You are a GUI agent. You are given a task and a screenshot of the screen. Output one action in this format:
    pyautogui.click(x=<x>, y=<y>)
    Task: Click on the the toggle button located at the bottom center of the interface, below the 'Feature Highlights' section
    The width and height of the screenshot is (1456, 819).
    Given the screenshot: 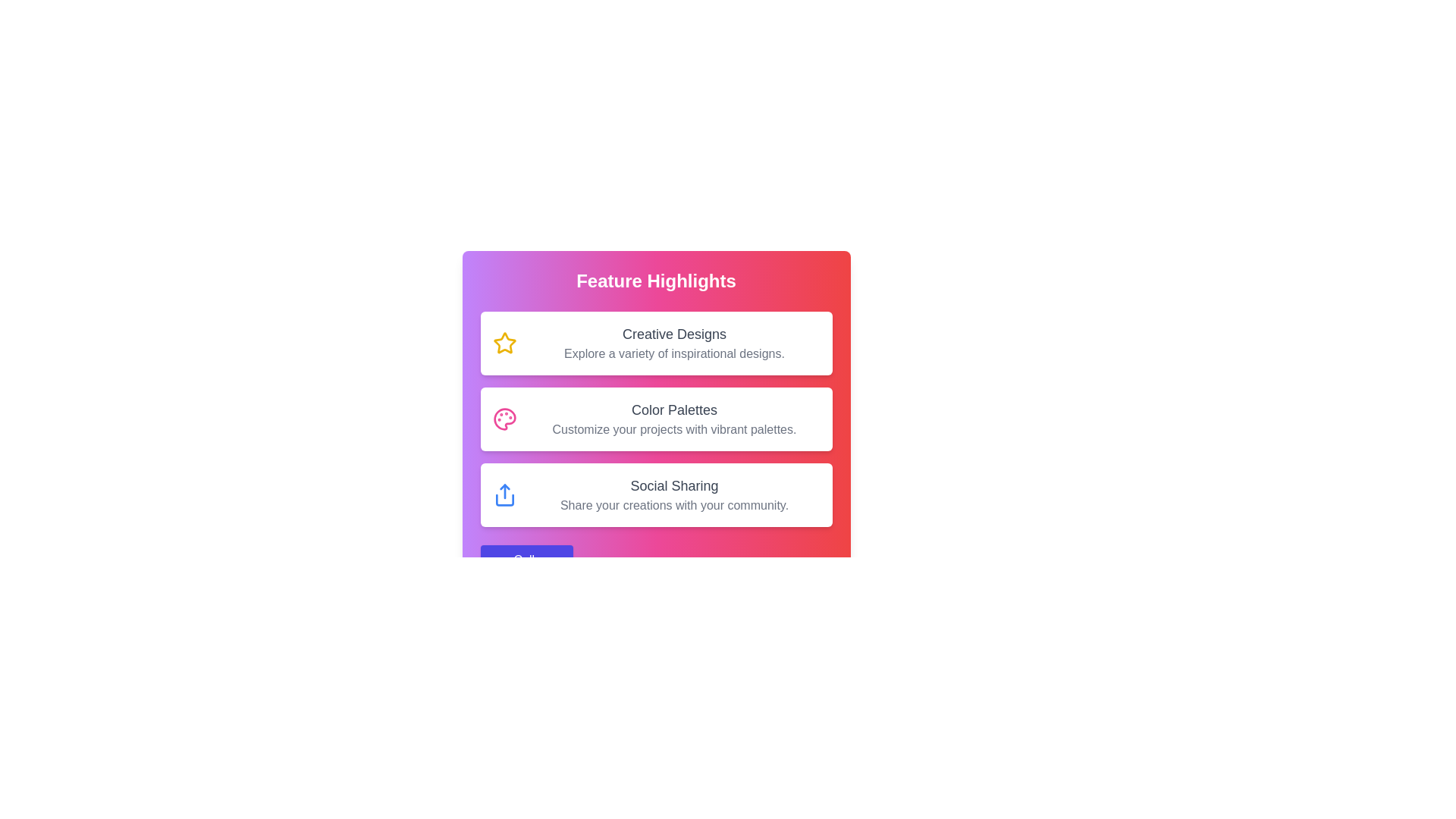 What is the action you would take?
    pyautogui.click(x=526, y=560)
    